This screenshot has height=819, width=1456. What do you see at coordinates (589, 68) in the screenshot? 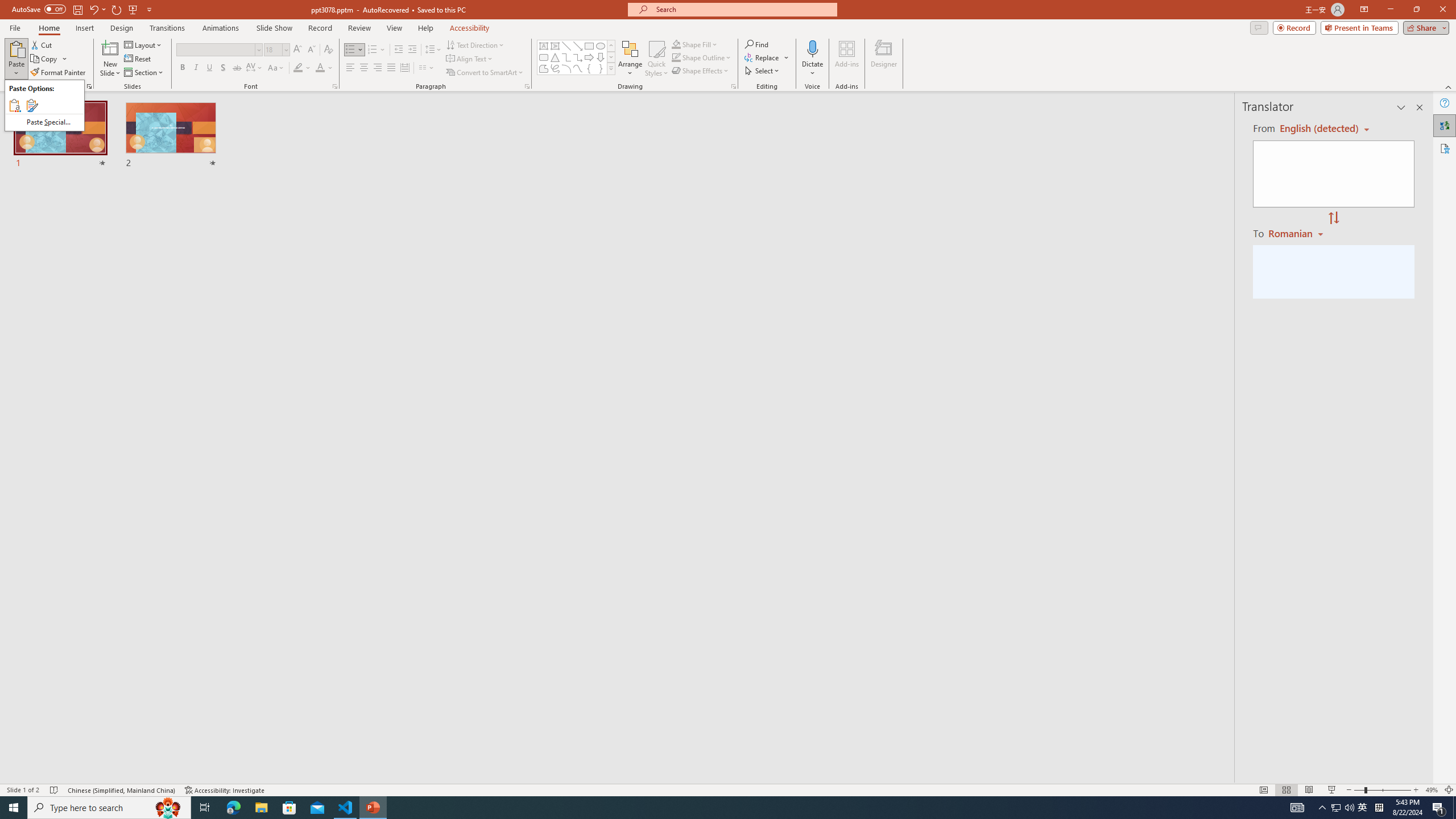
I see `'Left Brace'` at bounding box center [589, 68].